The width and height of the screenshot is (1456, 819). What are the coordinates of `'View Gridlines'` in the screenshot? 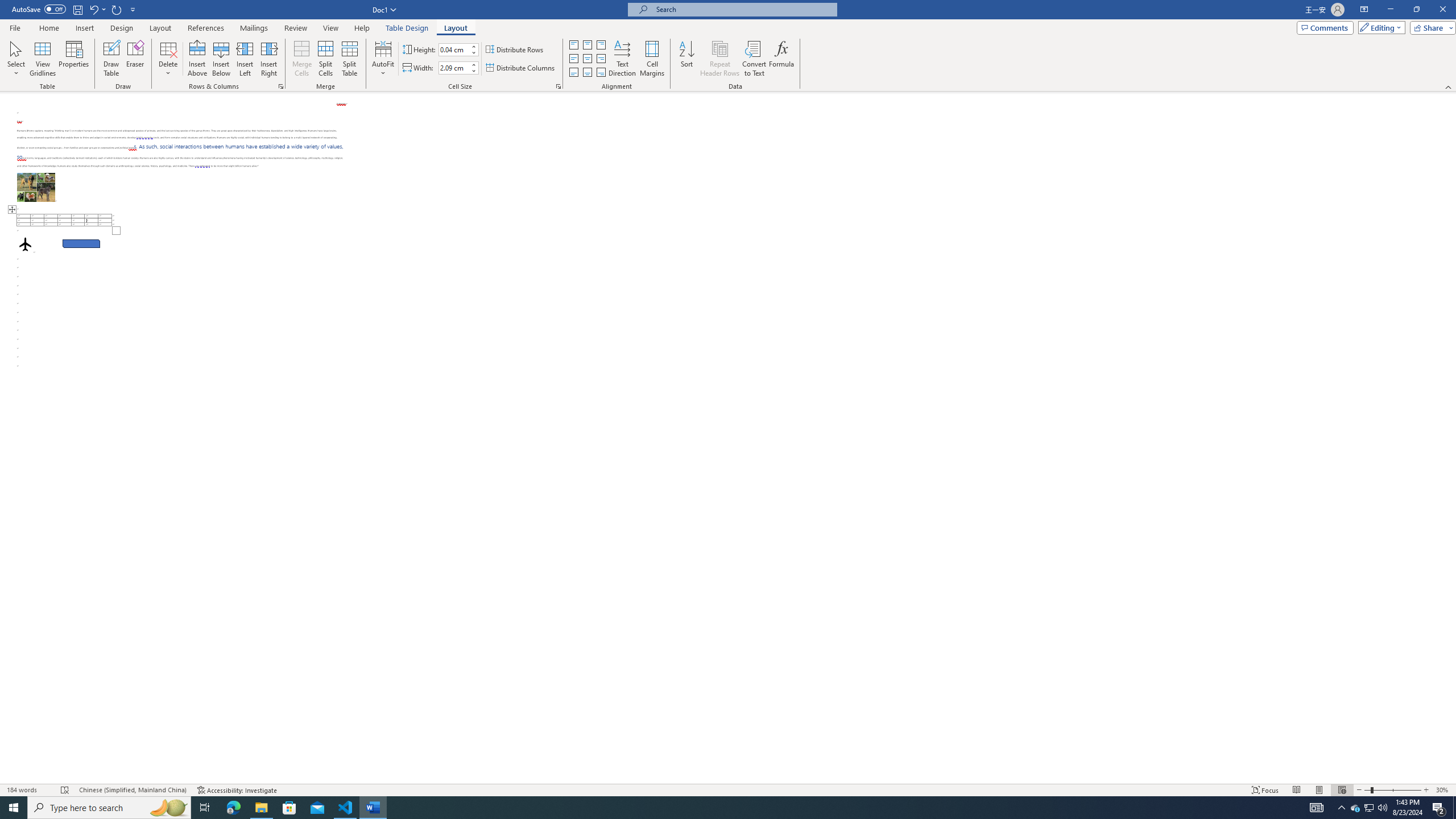 It's located at (42, 59).